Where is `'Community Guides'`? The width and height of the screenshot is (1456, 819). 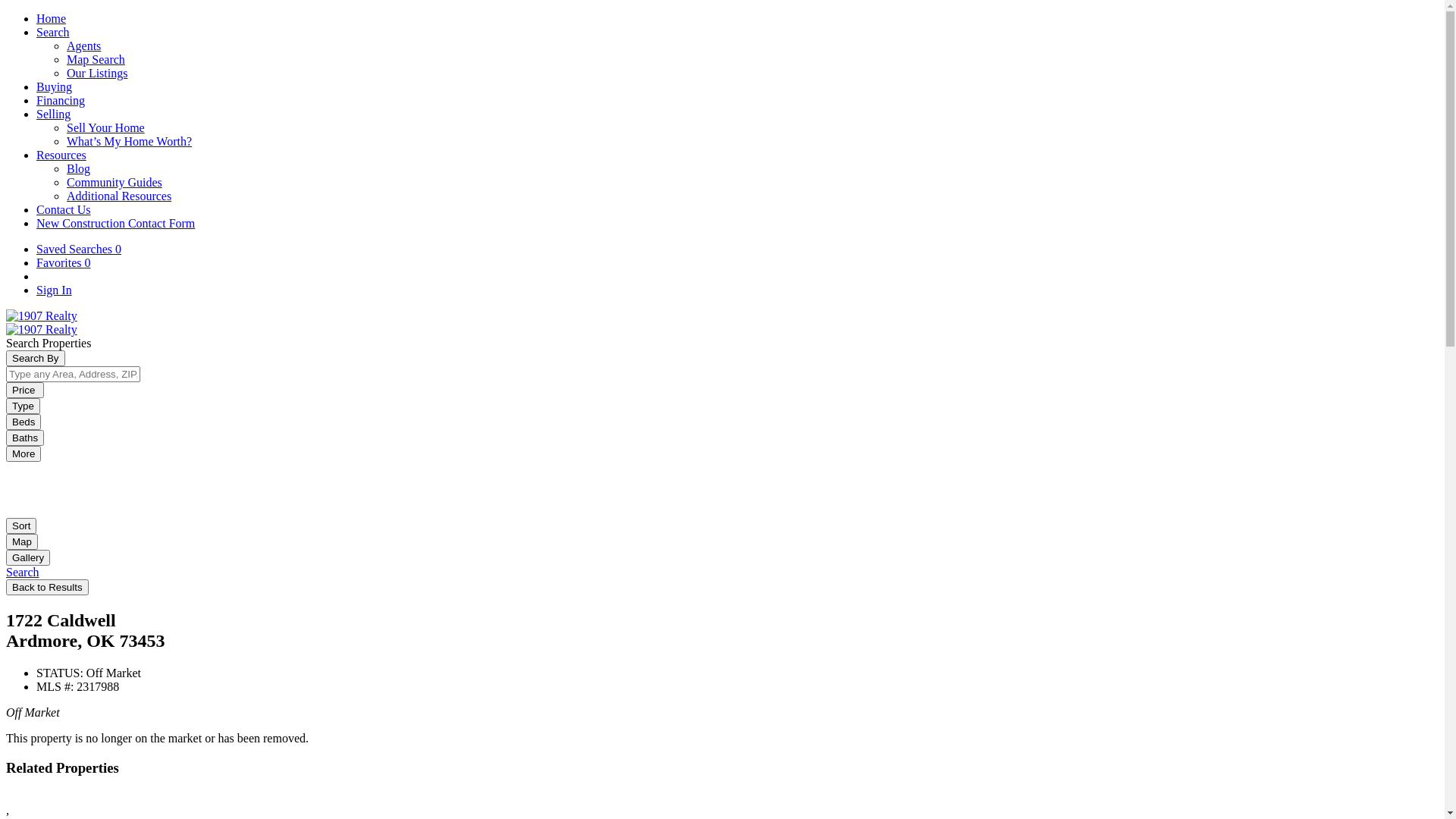
'Community Guides' is located at coordinates (113, 181).